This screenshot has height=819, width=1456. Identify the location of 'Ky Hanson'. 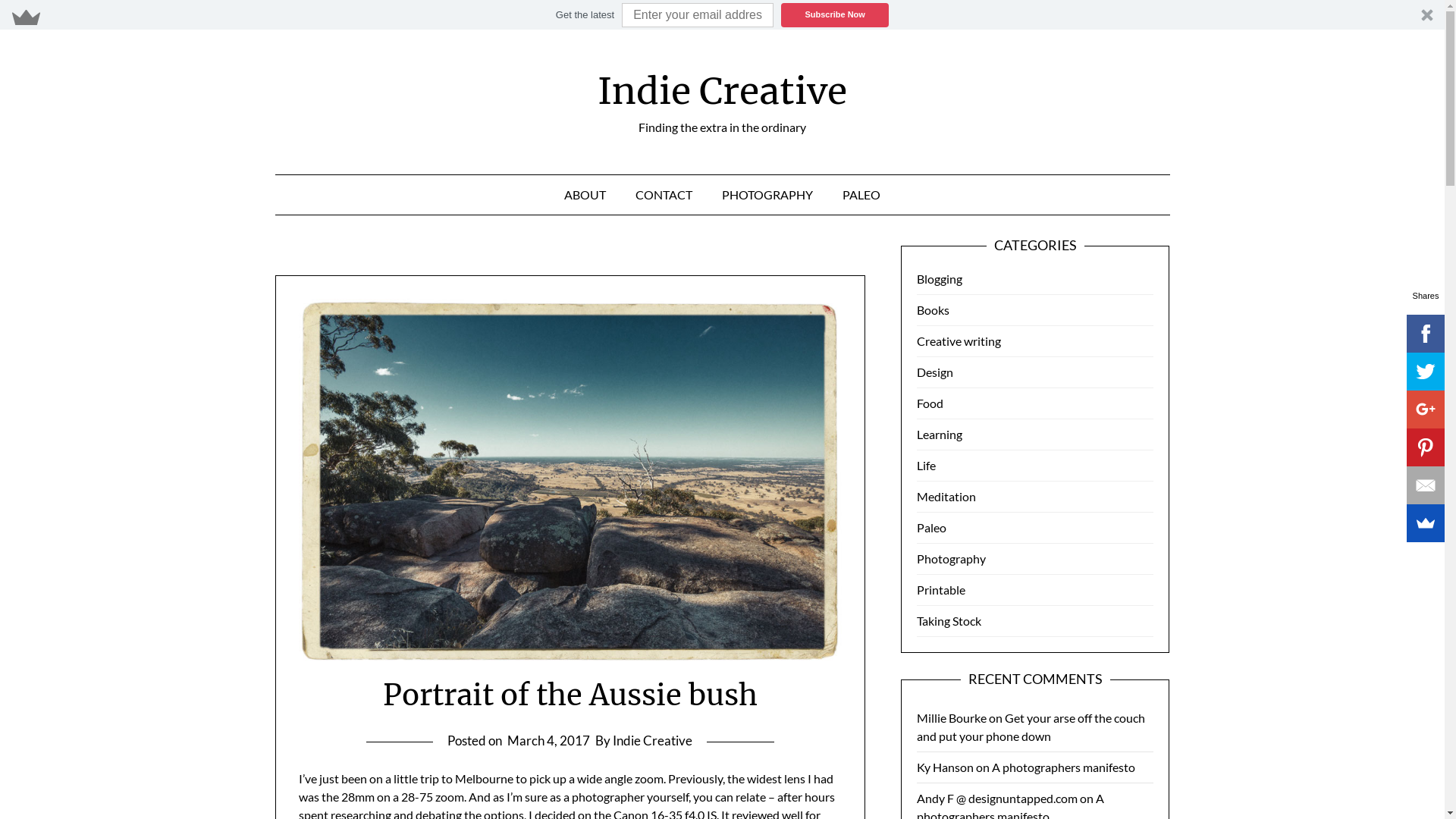
(944, 767).